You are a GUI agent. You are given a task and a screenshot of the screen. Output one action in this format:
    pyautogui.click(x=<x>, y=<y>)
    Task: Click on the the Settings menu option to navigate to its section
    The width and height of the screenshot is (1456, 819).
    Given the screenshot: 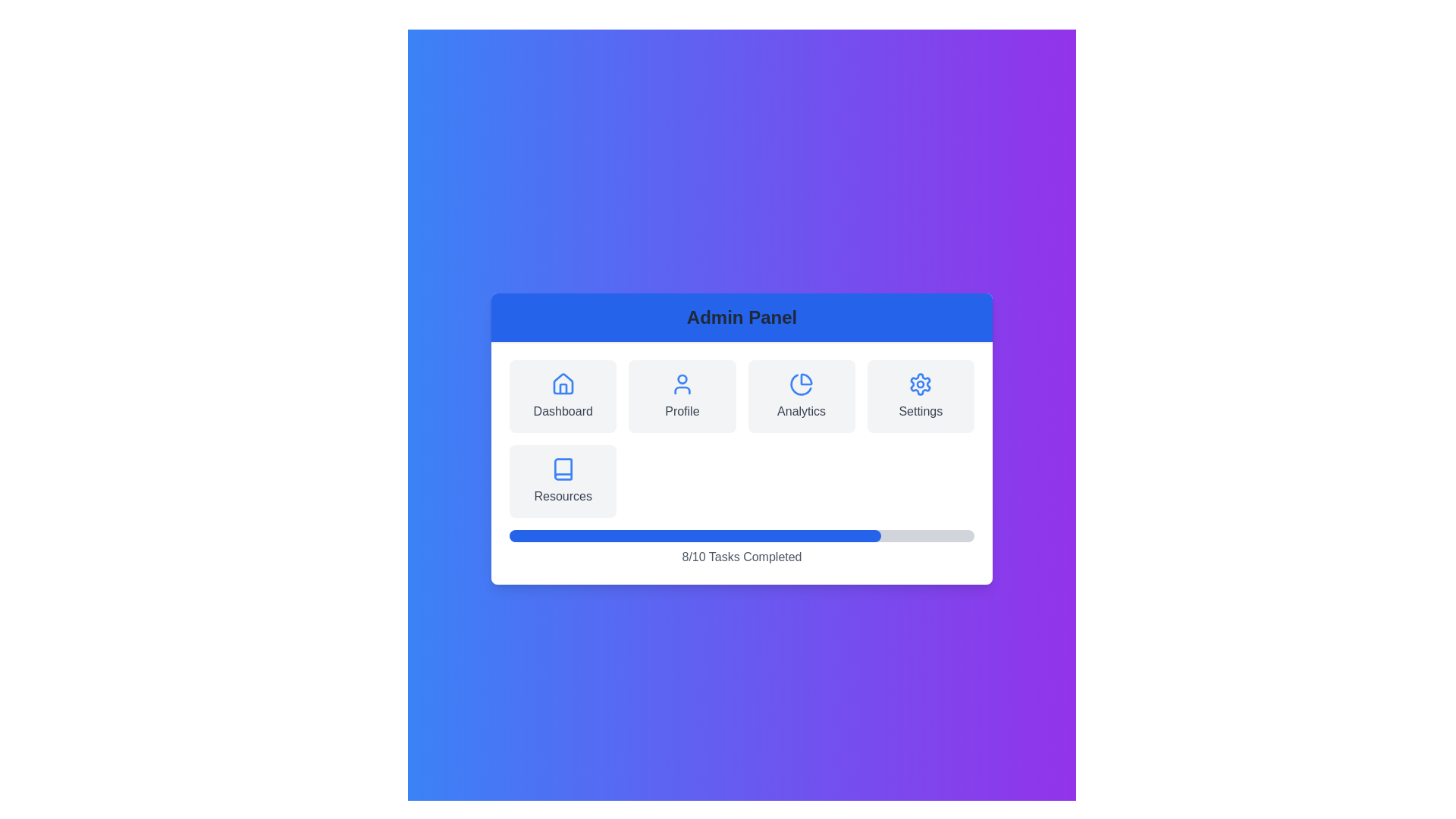 What is the action you would take?
    pyautogui.click(x=920, y=396)
    